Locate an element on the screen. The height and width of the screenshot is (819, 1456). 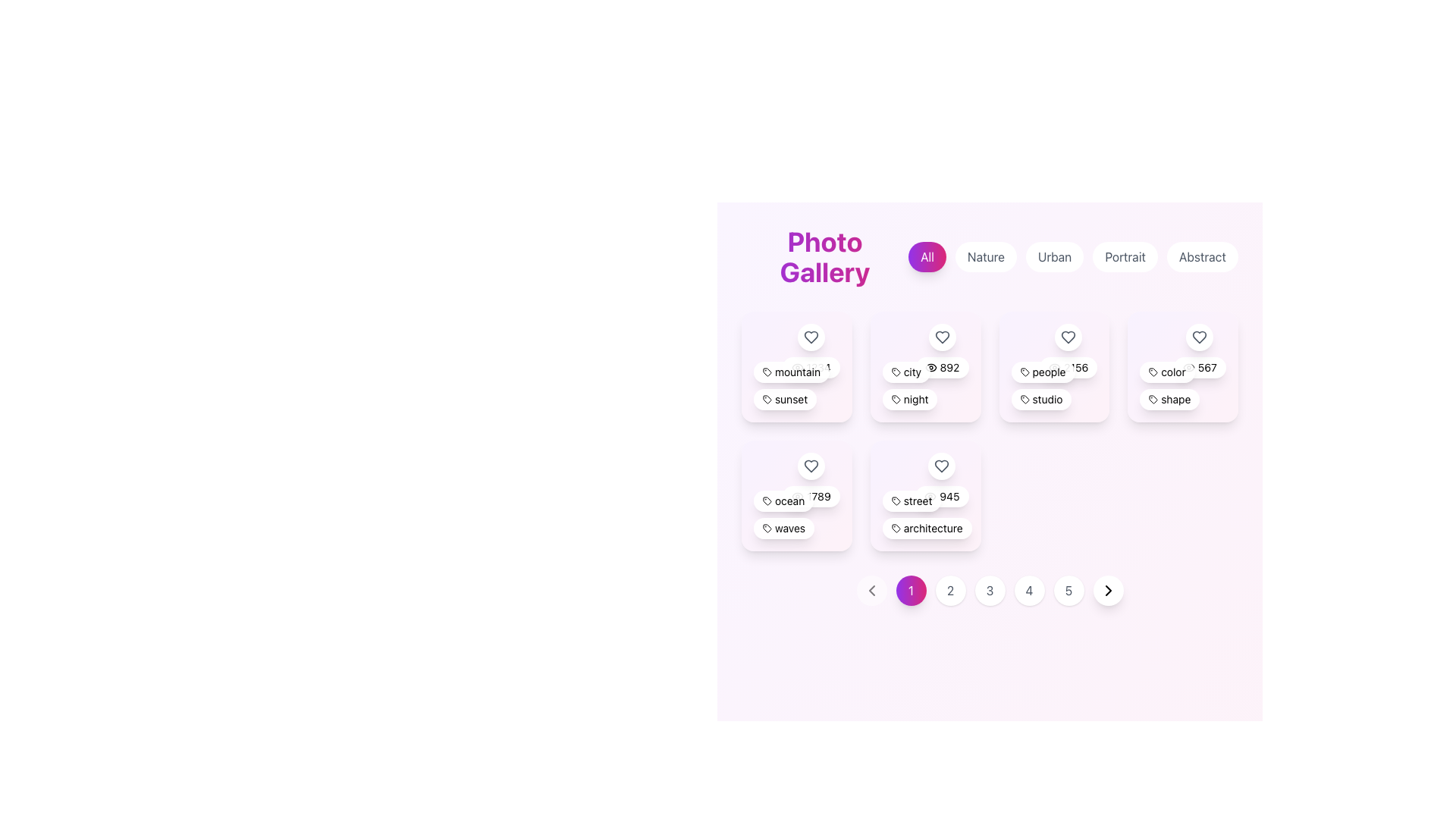
the tag-shaped icon with a hollow structure and rounded edges located in the top-left quadrant of the layout within the first card labeled 'mountain' is located at coordinates (767, 372).